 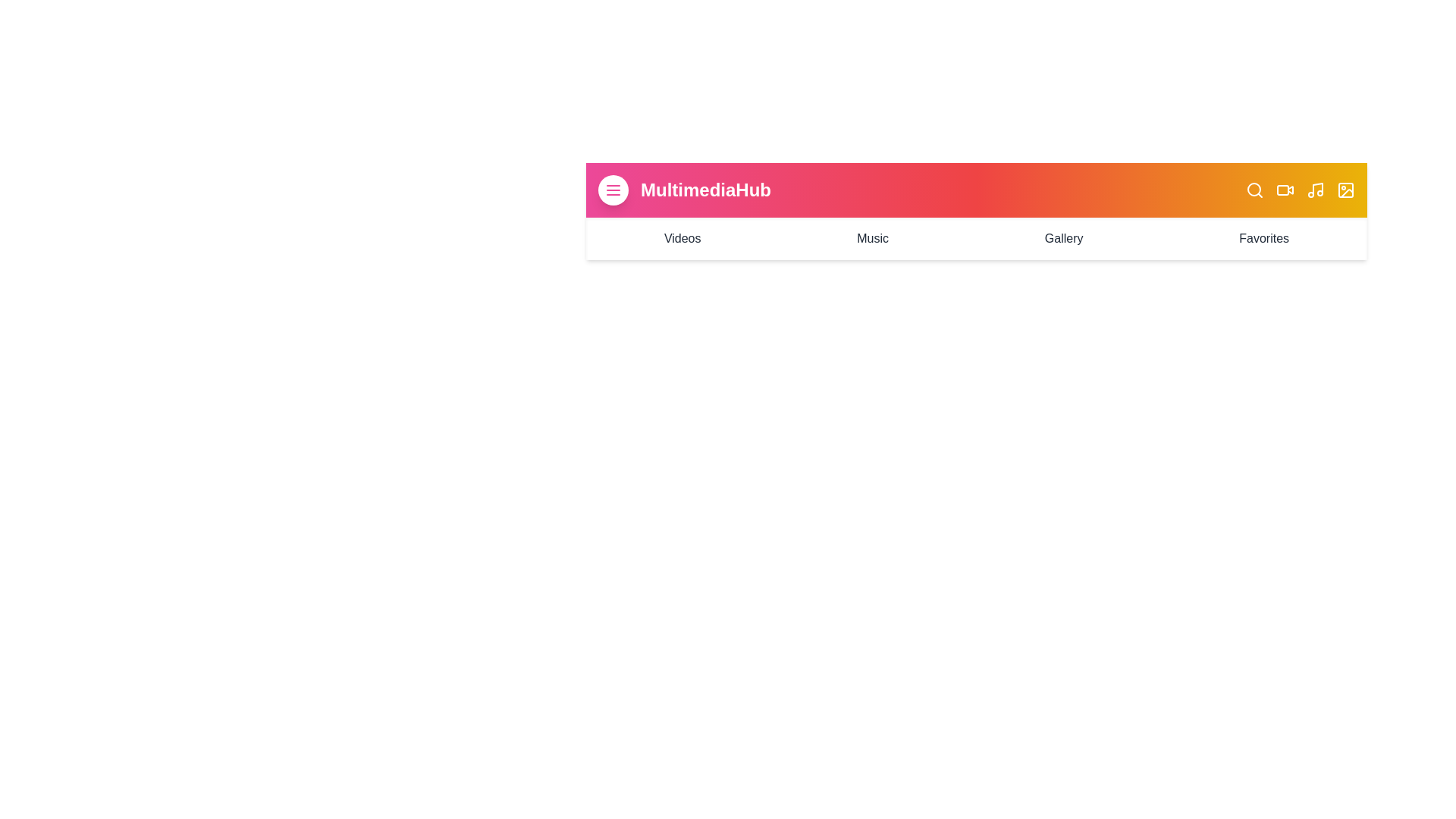 What do you see at coordinates (613, 189) in the screenshot?
I see `the menu icon to toggle the navigation menu` at bounding box center [613, 189].